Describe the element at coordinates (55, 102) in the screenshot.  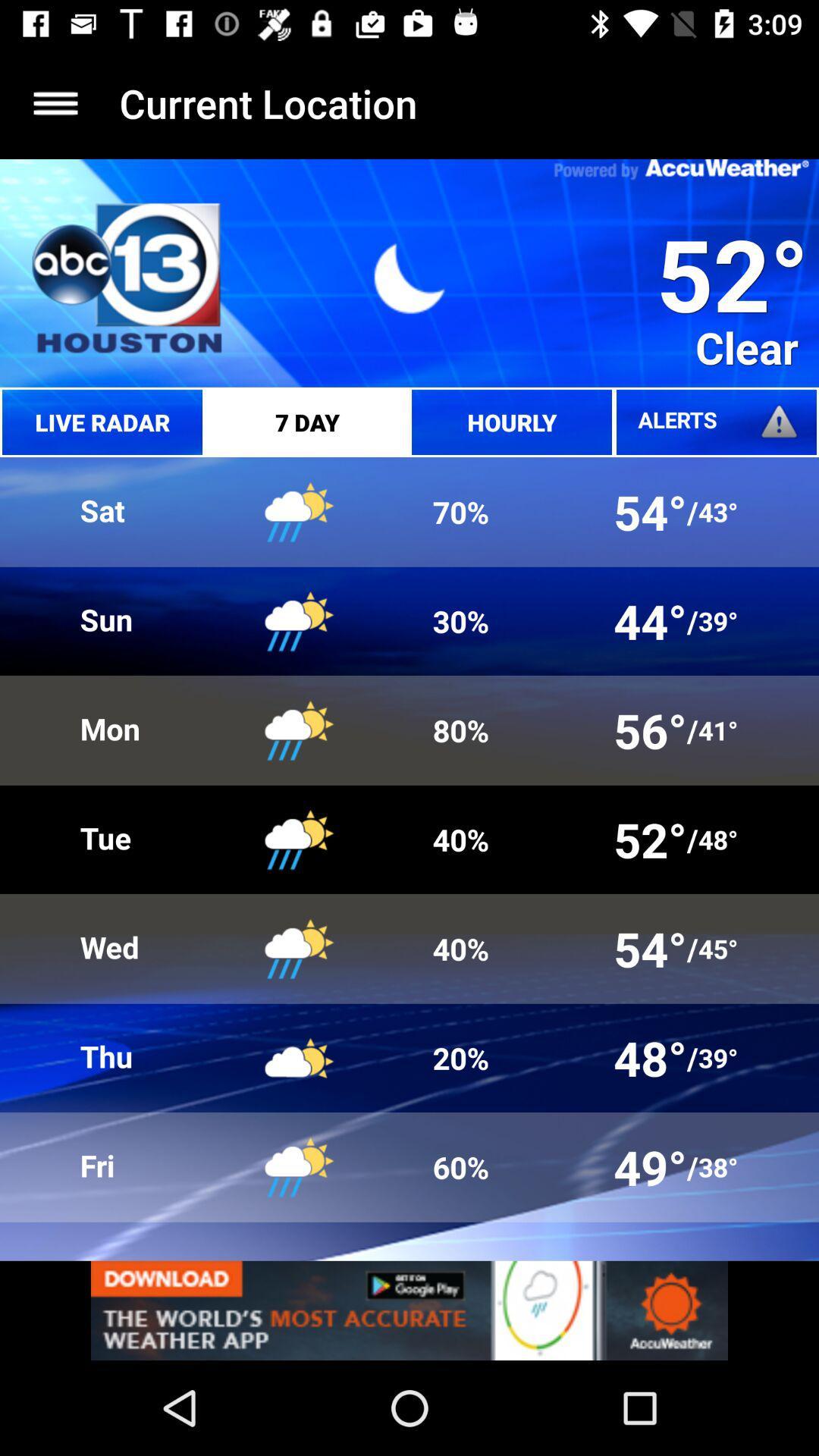
I see `more menu options` at that location.